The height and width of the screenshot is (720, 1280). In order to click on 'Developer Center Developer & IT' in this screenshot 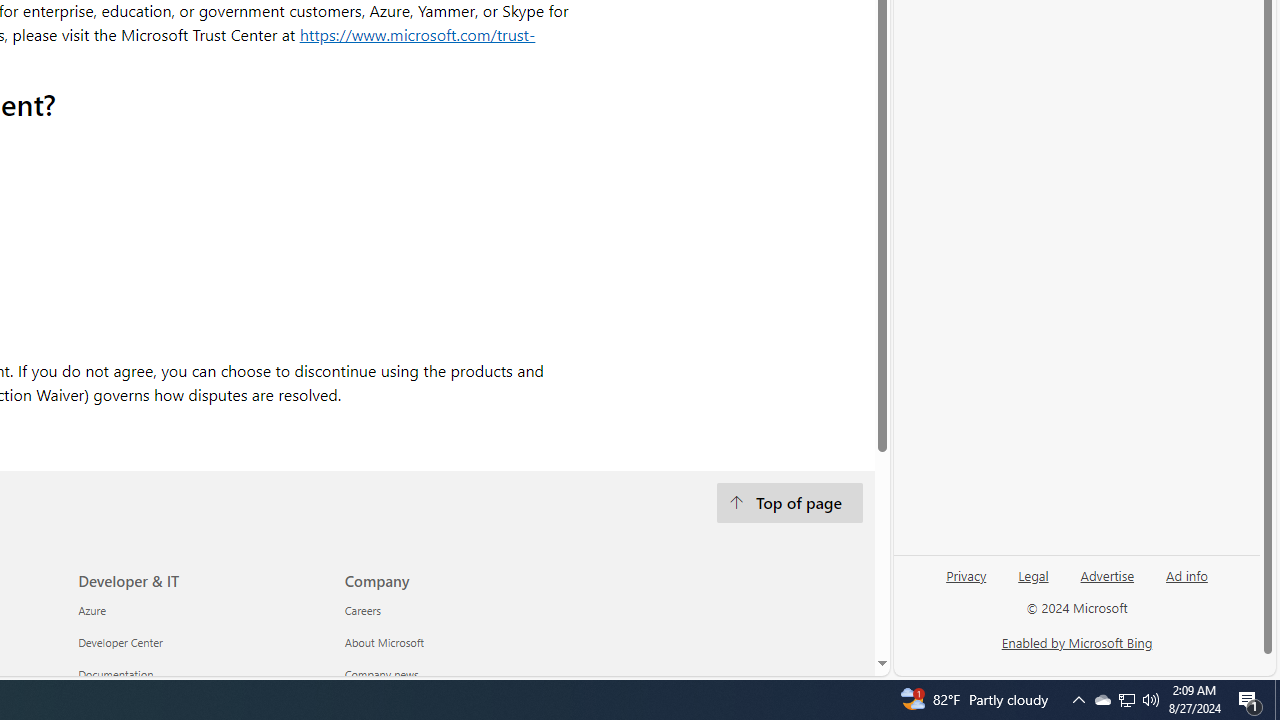, I will do `click(119, 642)`.